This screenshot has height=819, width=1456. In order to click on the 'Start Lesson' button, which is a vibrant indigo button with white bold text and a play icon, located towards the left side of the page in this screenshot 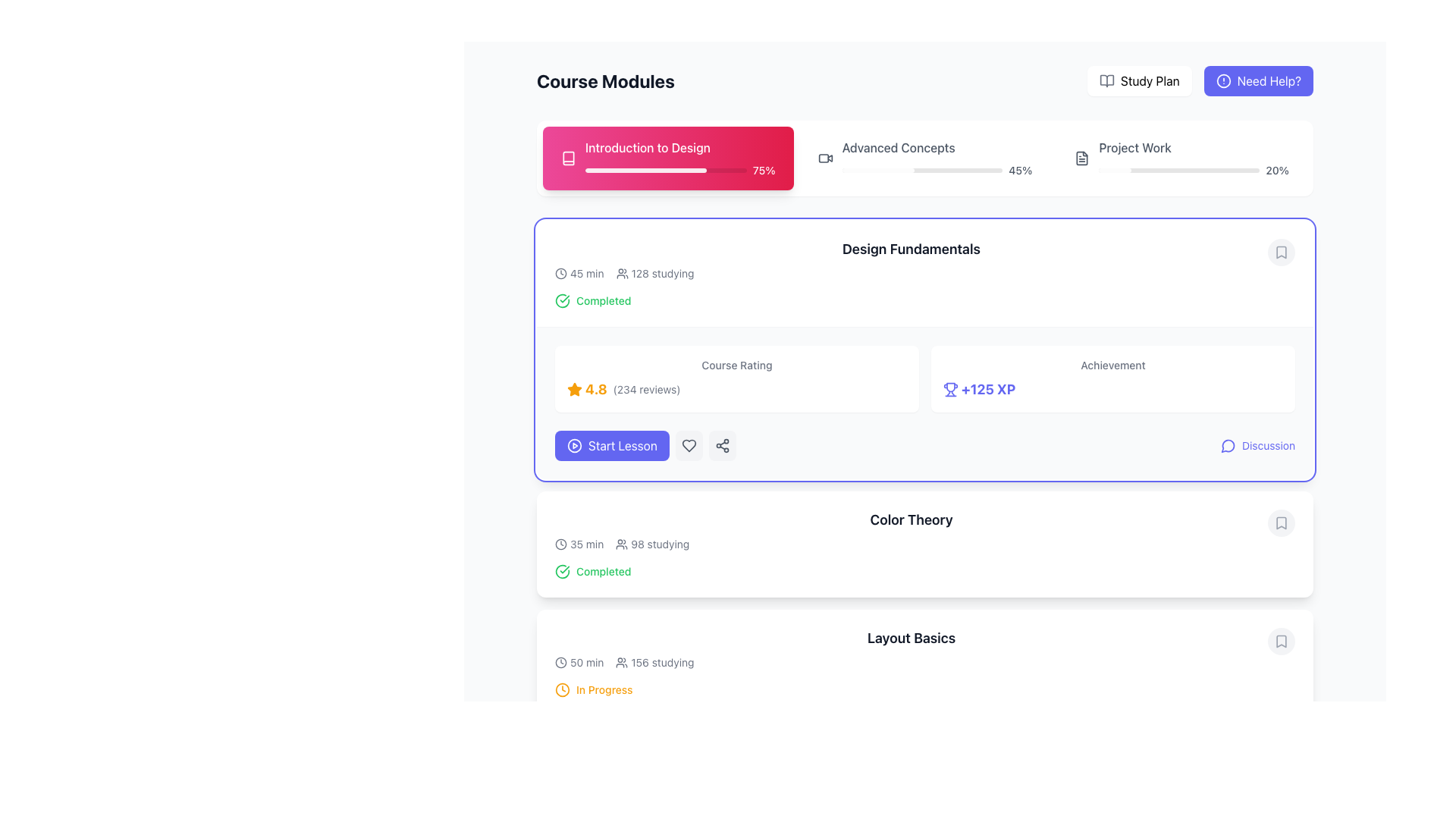, I will do `click(612, 444)`.